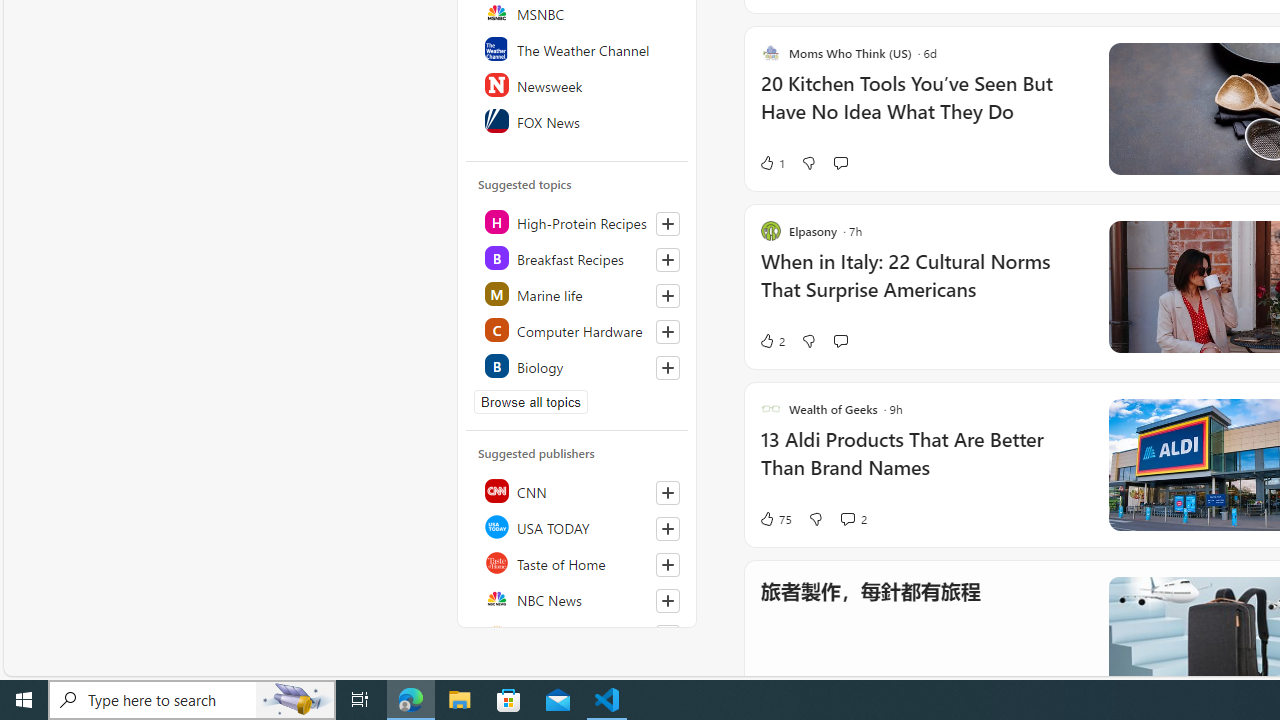 The height and width of the screenshot is (720, 1280). Describe the element at coordinates (577, 47) in the screenshot. I see `'The Weather Channel'` at that location.